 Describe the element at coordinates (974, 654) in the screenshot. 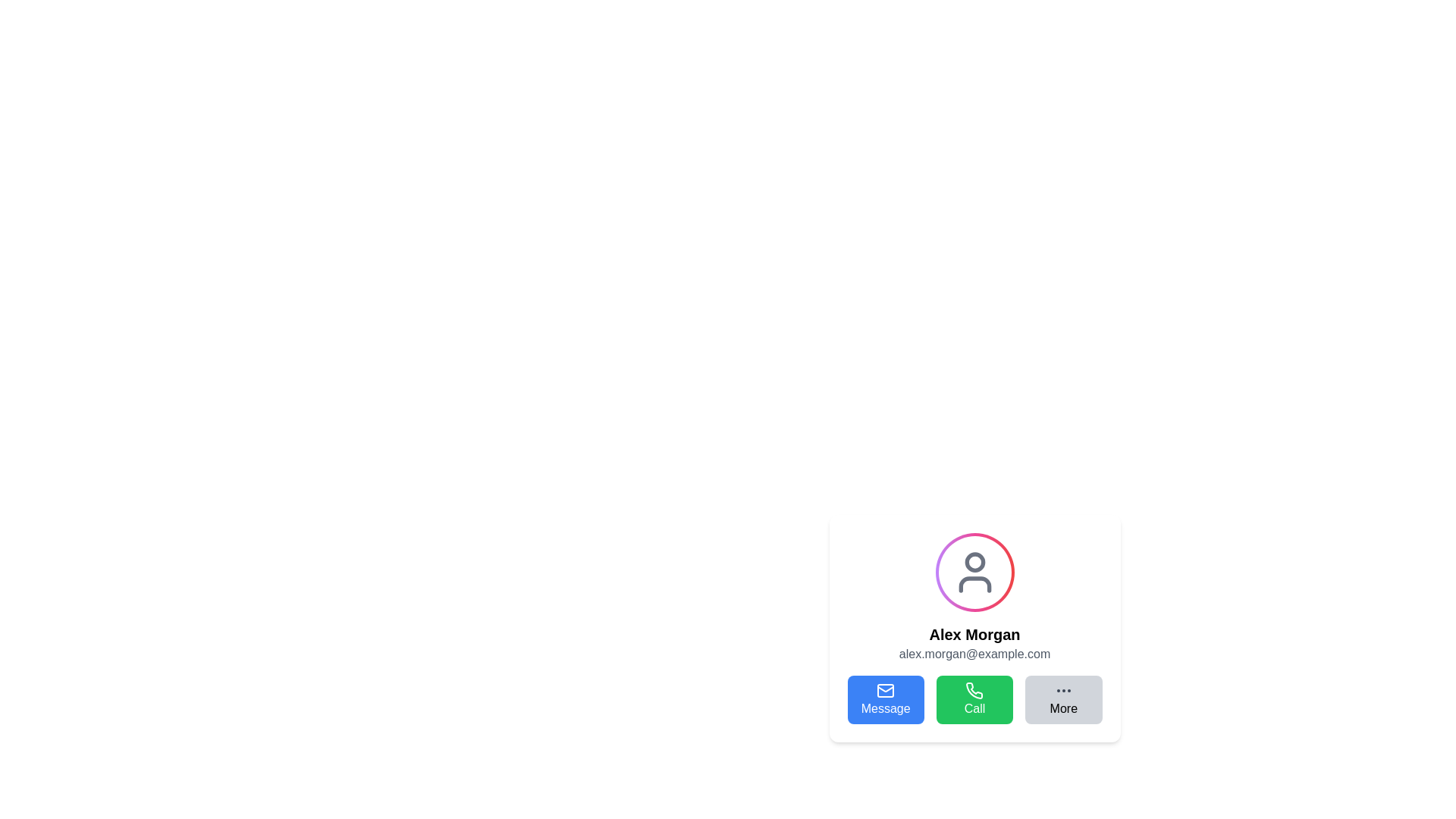

I see `the email address text element displayed under the title 'Alex Morgan', which provides contact information for the user identified as Alex Morgan` at that location.